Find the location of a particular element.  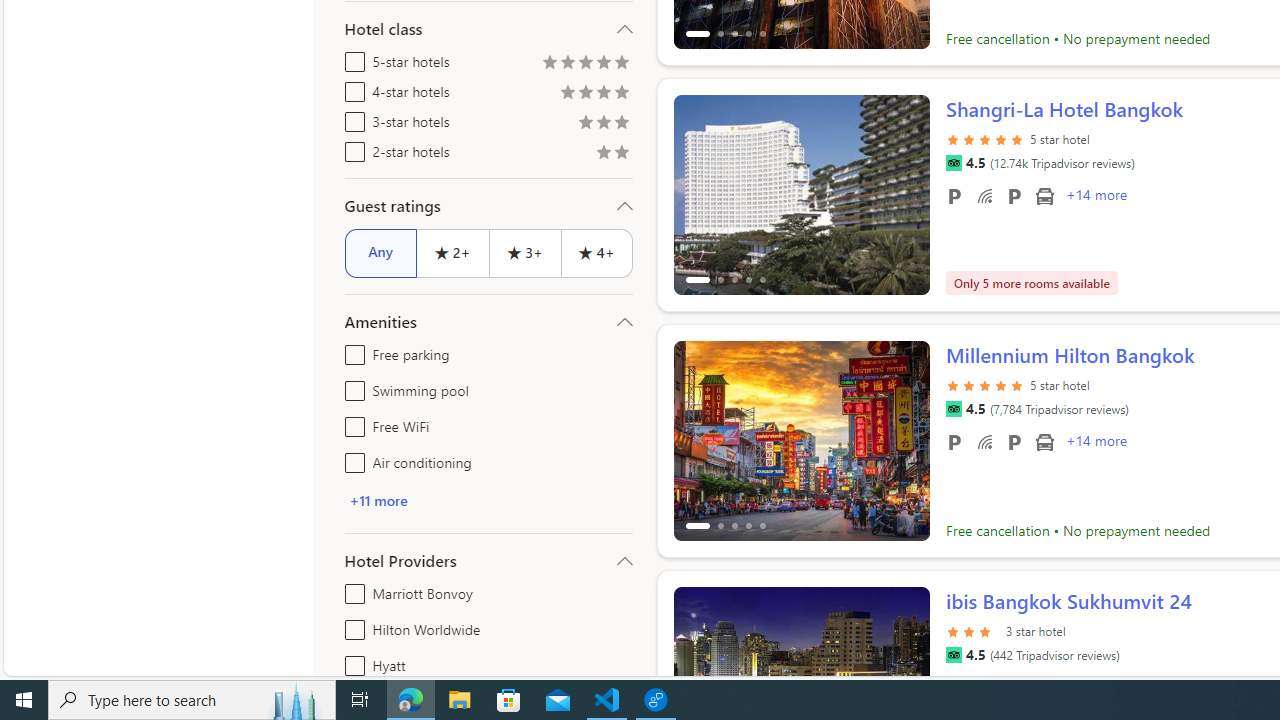

'3+' is located at coordinates (524, 252).